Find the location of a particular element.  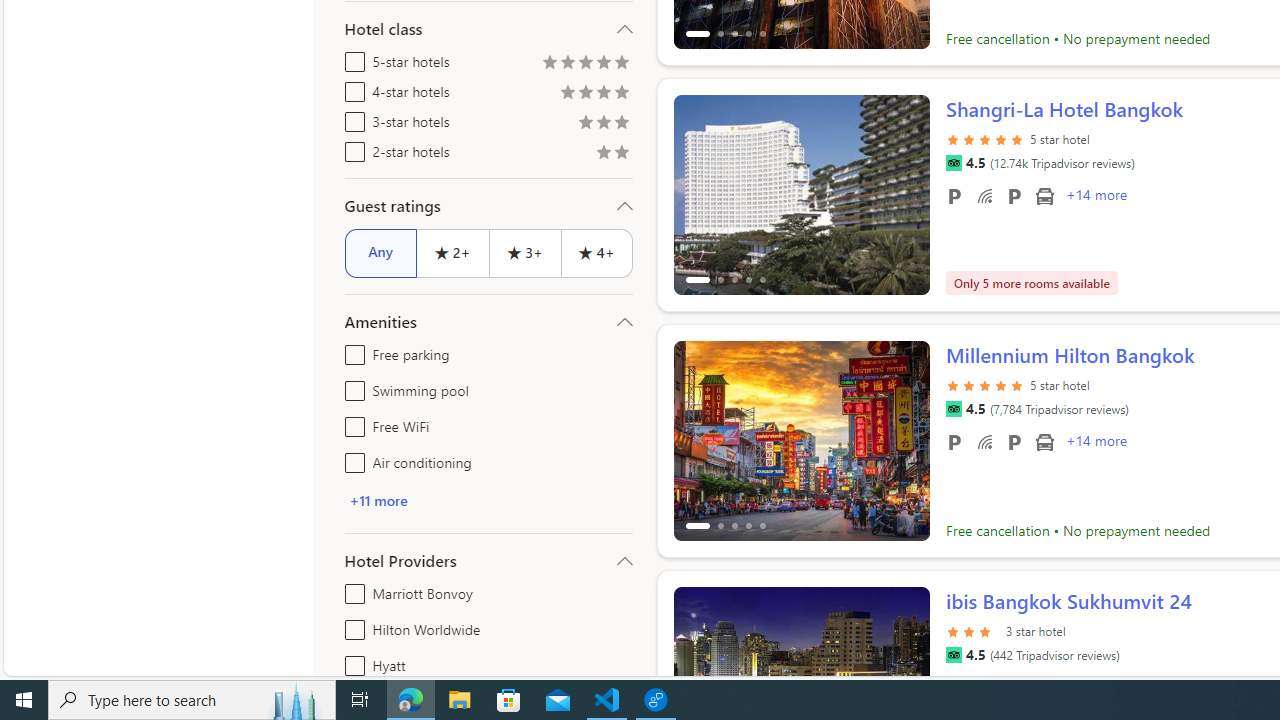

'3+' is located at coordinates (524, 252).